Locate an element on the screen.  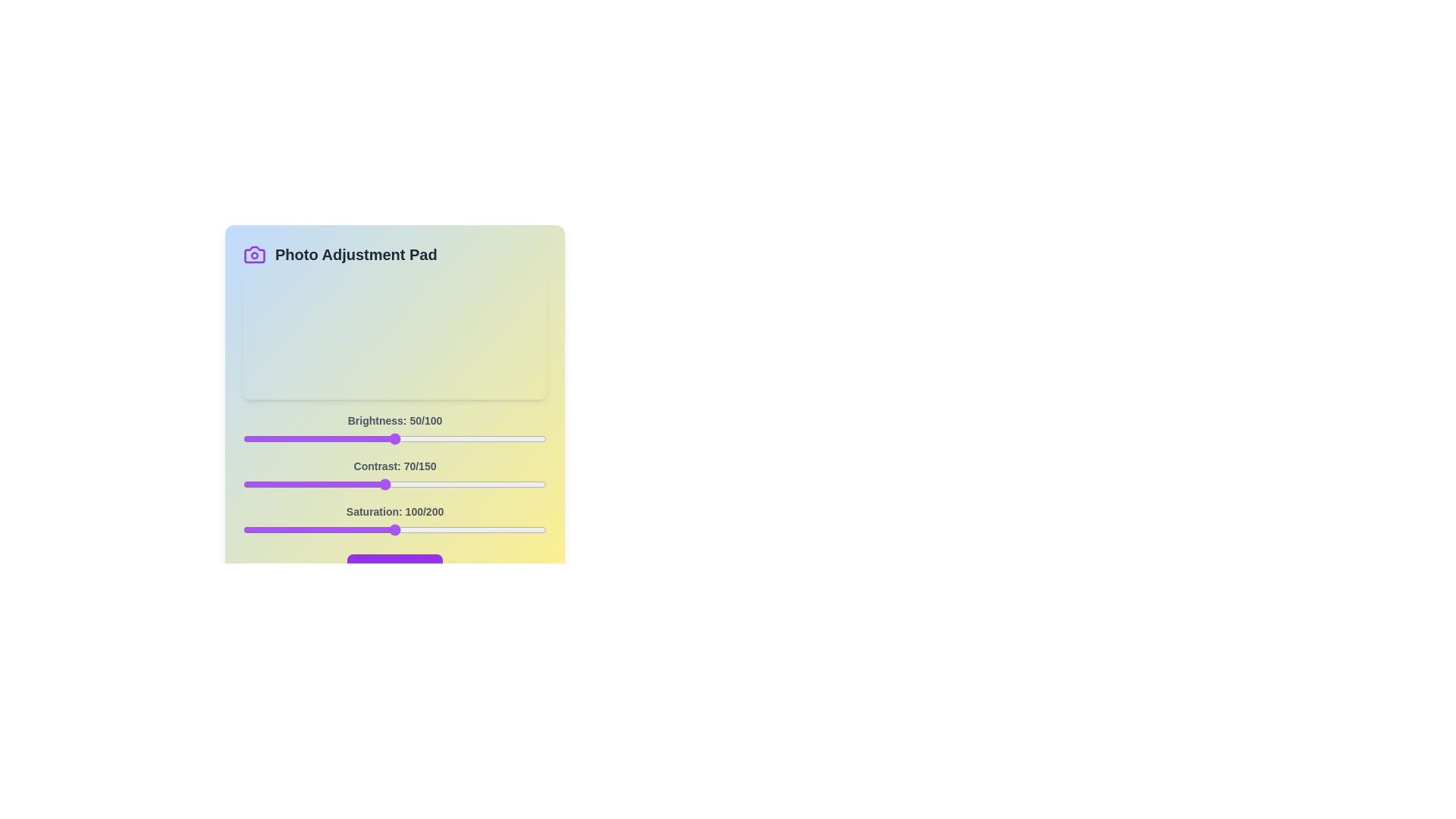
the 1 slider to 56 is located at coordinates (356, 485).